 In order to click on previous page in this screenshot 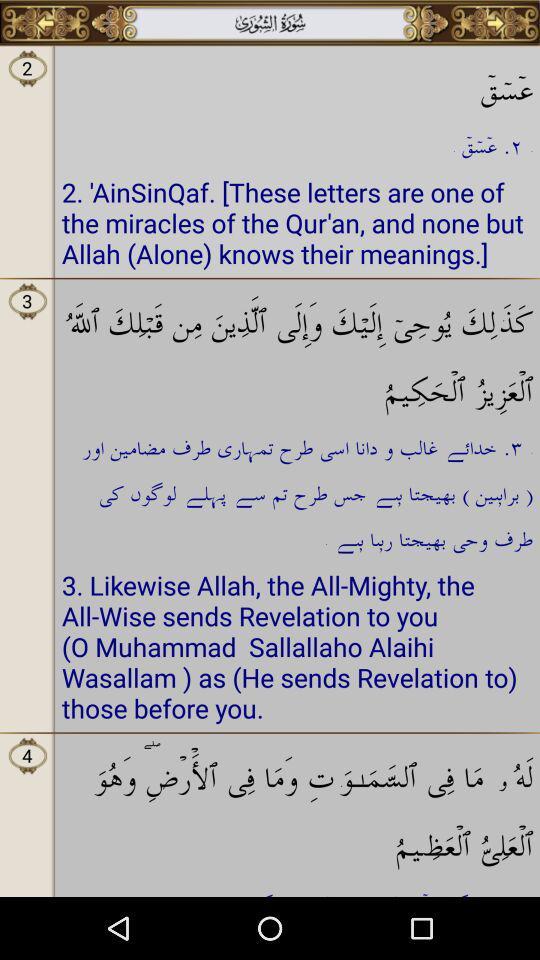, I will do `click(45, 22)`.